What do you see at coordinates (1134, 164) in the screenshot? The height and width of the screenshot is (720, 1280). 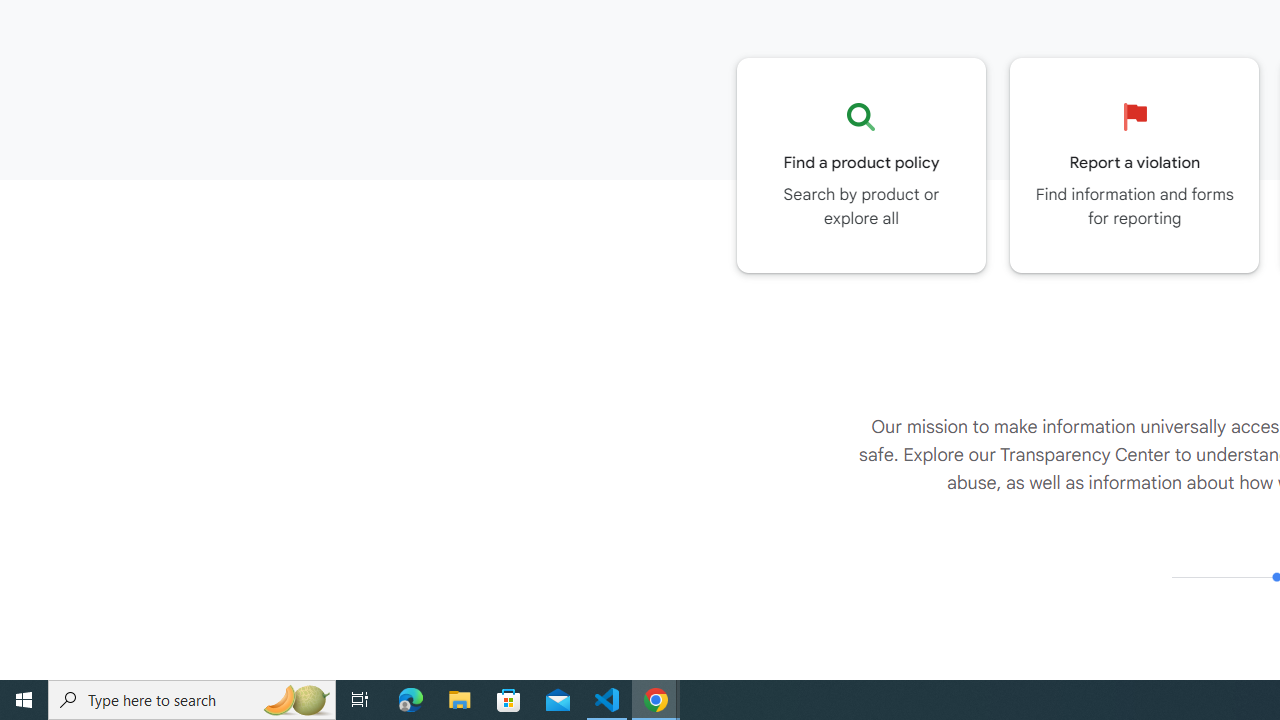 I see `'Go to the Reporting and appeals page'` at bounding box center [1134, 164].